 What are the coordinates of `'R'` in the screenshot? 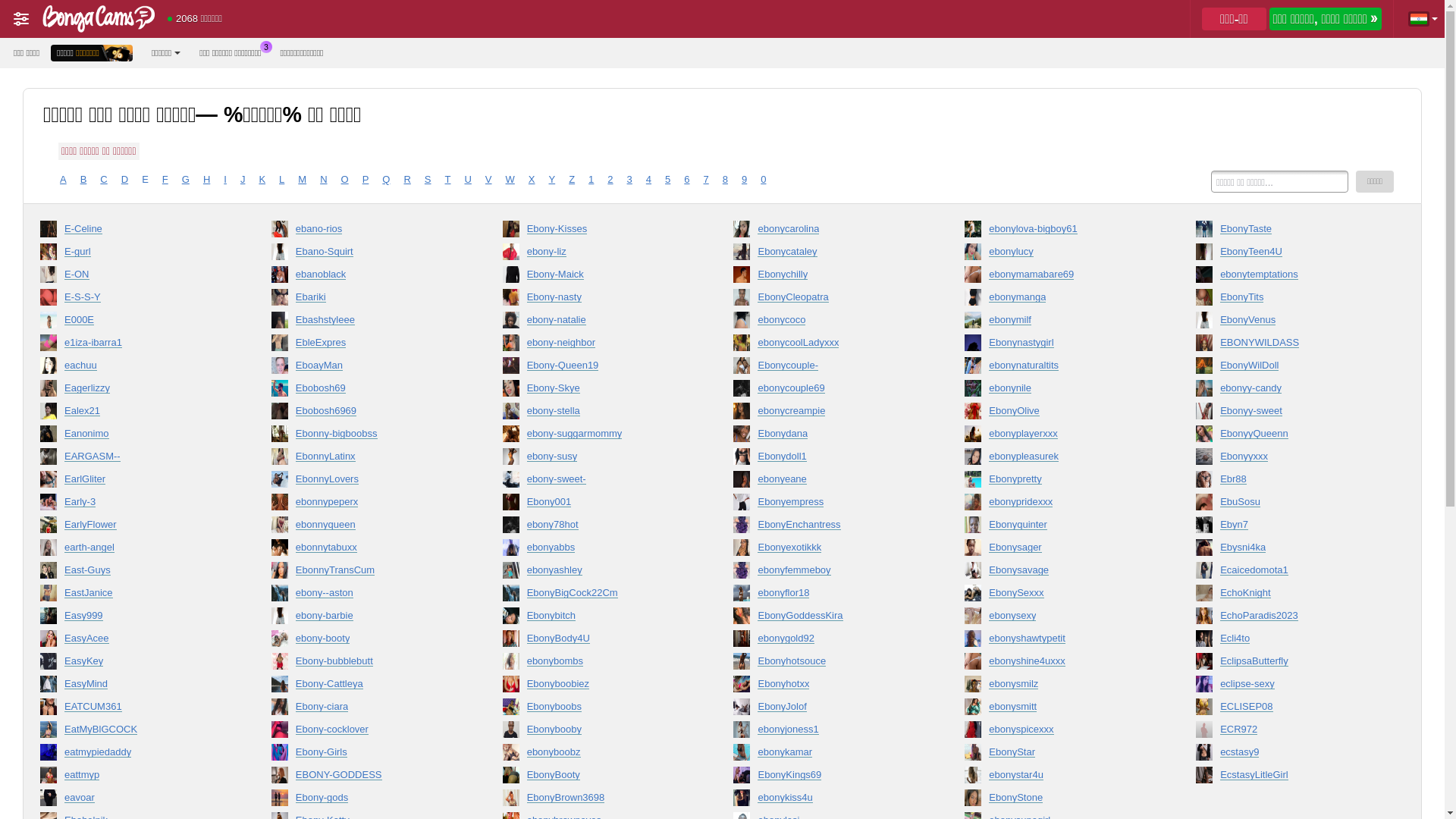 It's located at (406, 178).